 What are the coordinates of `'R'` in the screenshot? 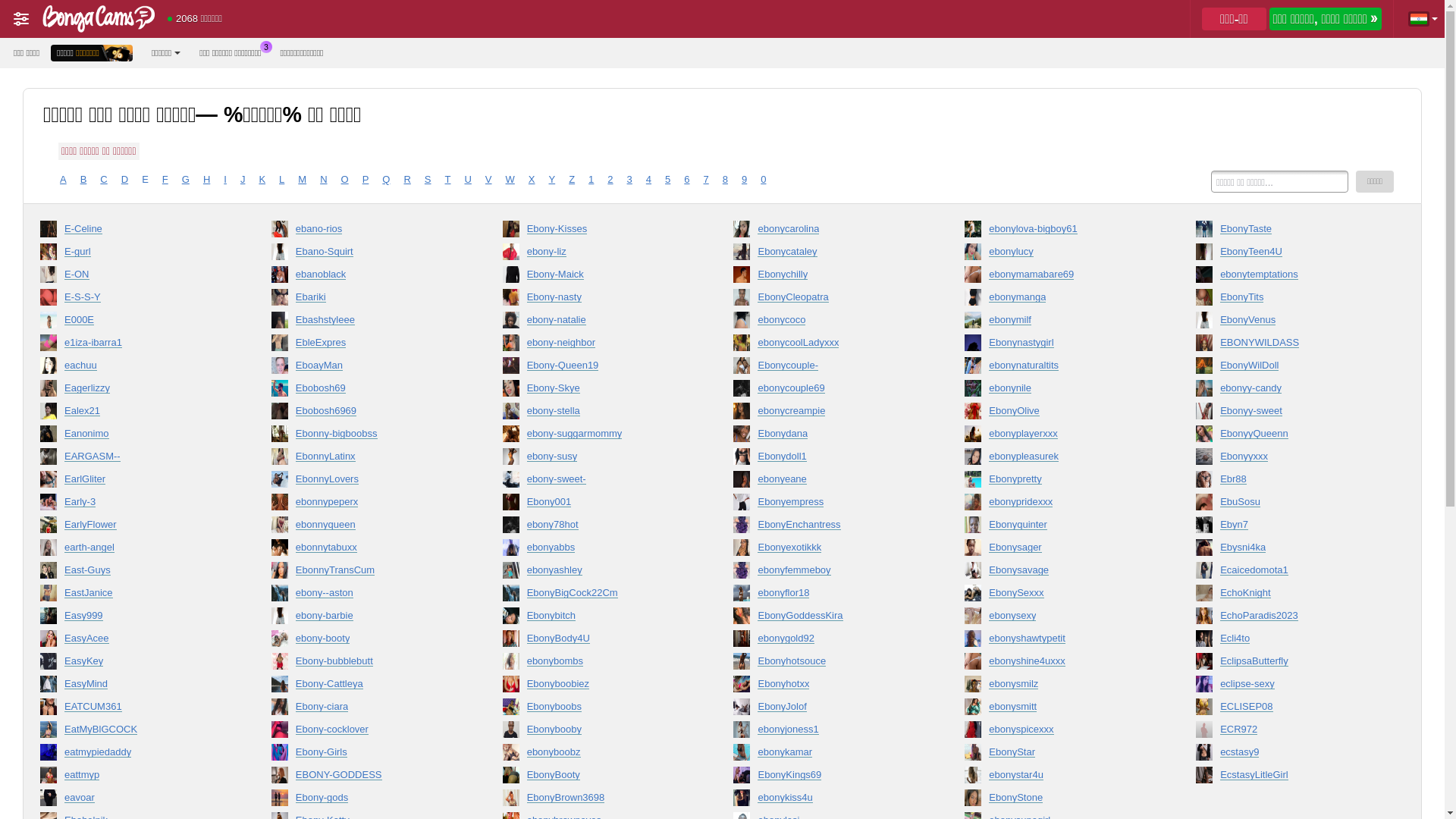 It's located at (406, 178).